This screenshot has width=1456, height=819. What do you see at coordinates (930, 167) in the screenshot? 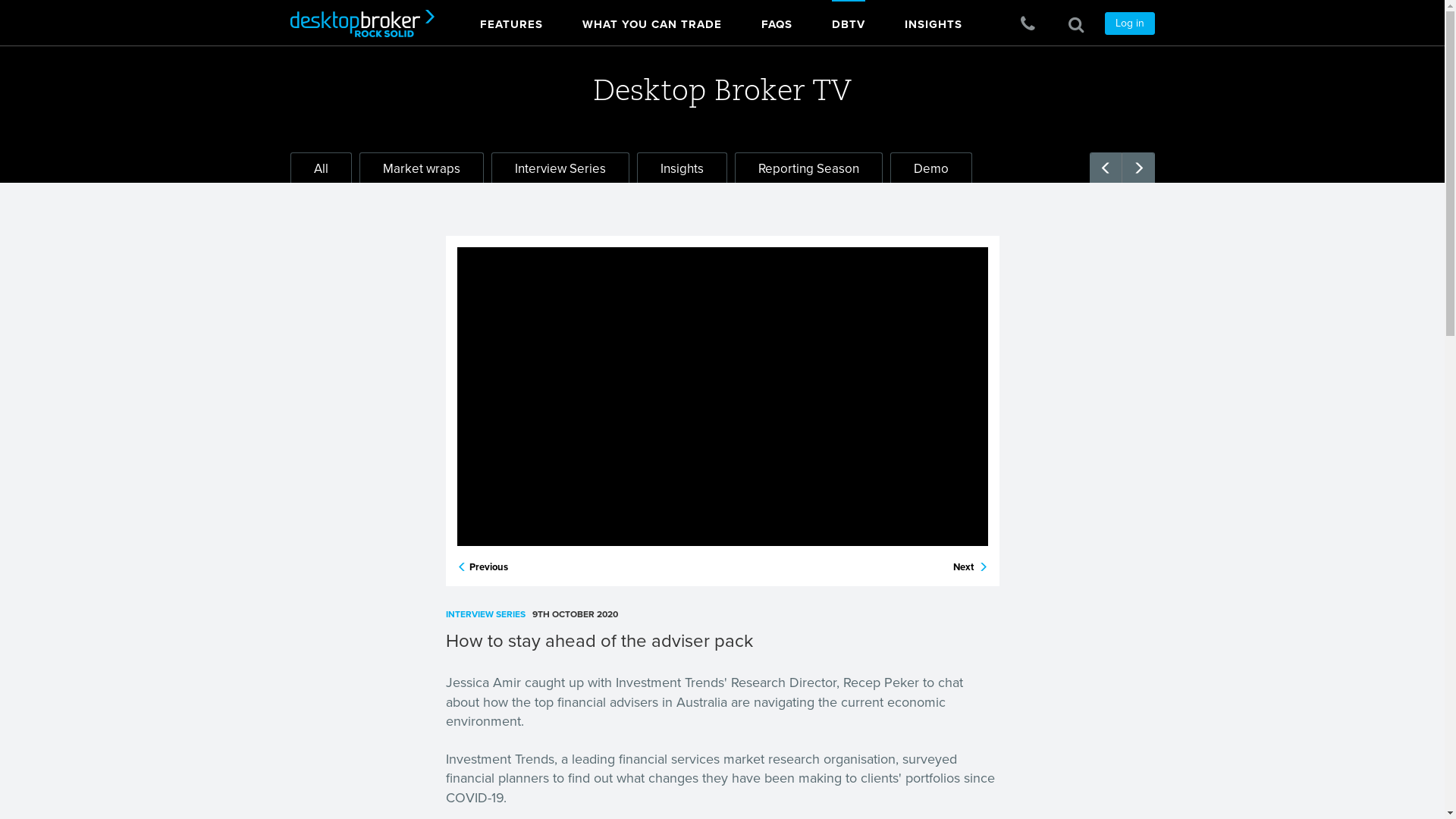
I see `'Demo'` at bounding box center [930, 167].